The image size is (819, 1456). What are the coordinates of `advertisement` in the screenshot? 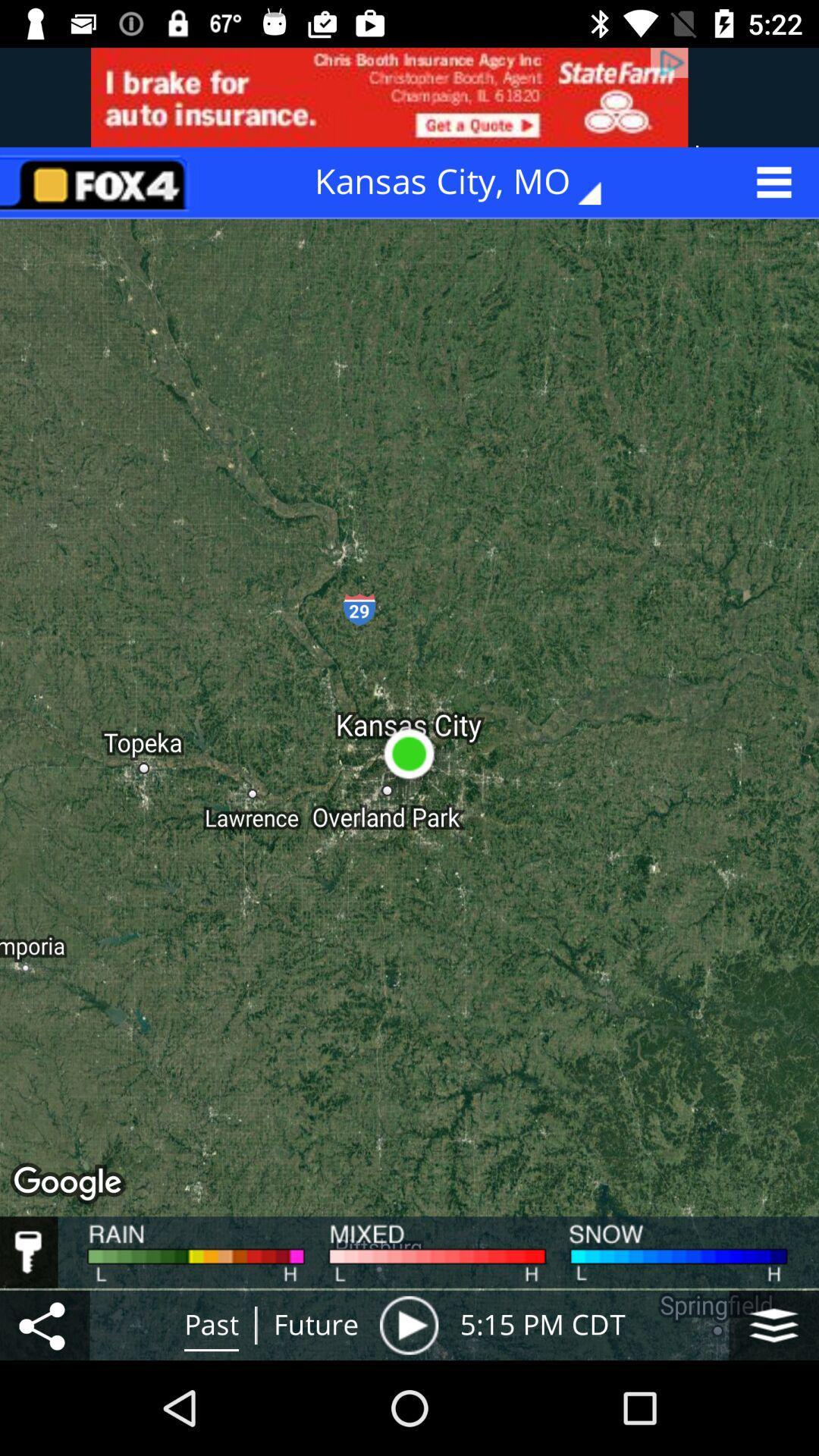 It's located at (409, 96).